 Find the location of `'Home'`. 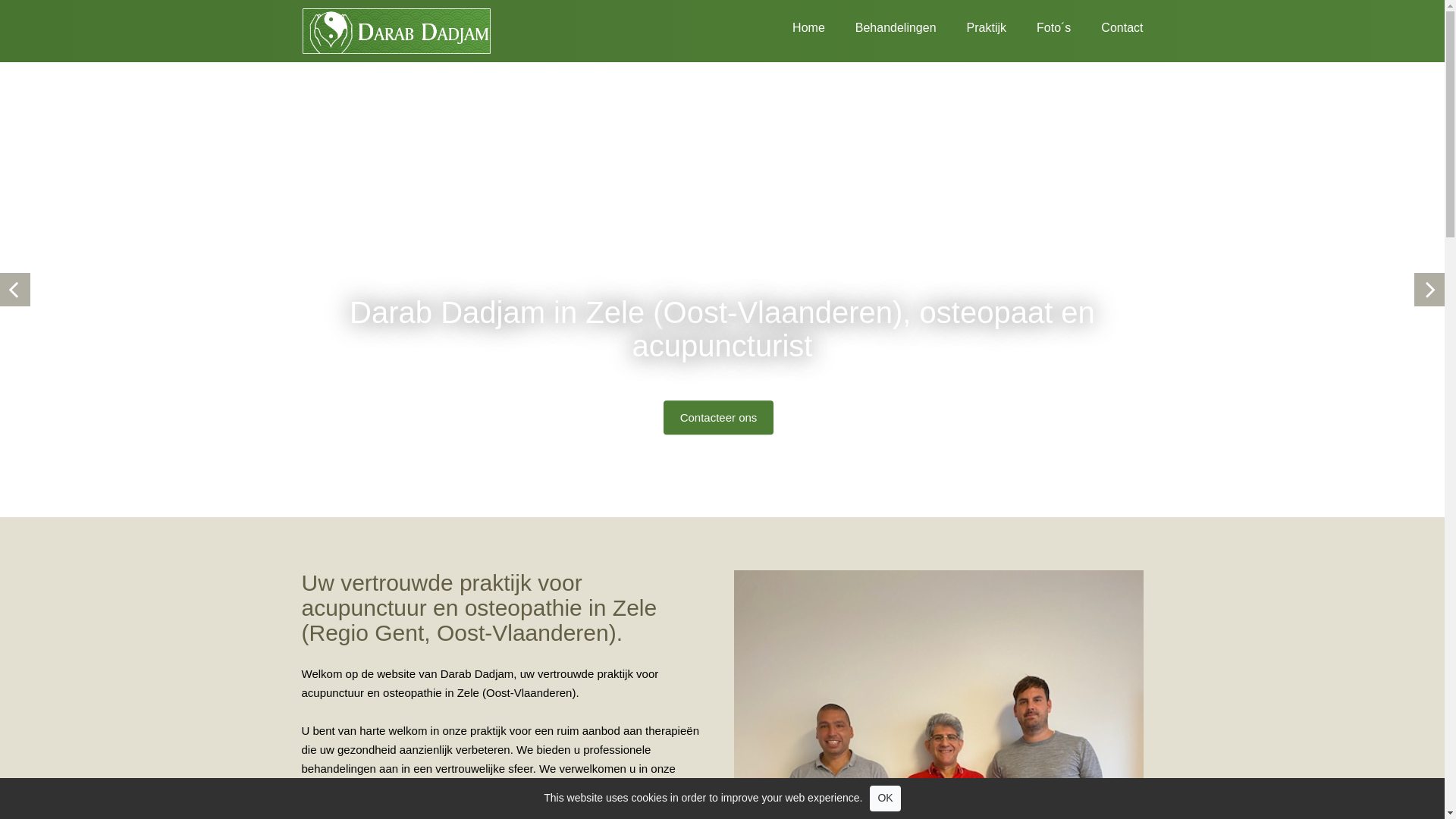

'Home' is located at coordinates (792, 25).